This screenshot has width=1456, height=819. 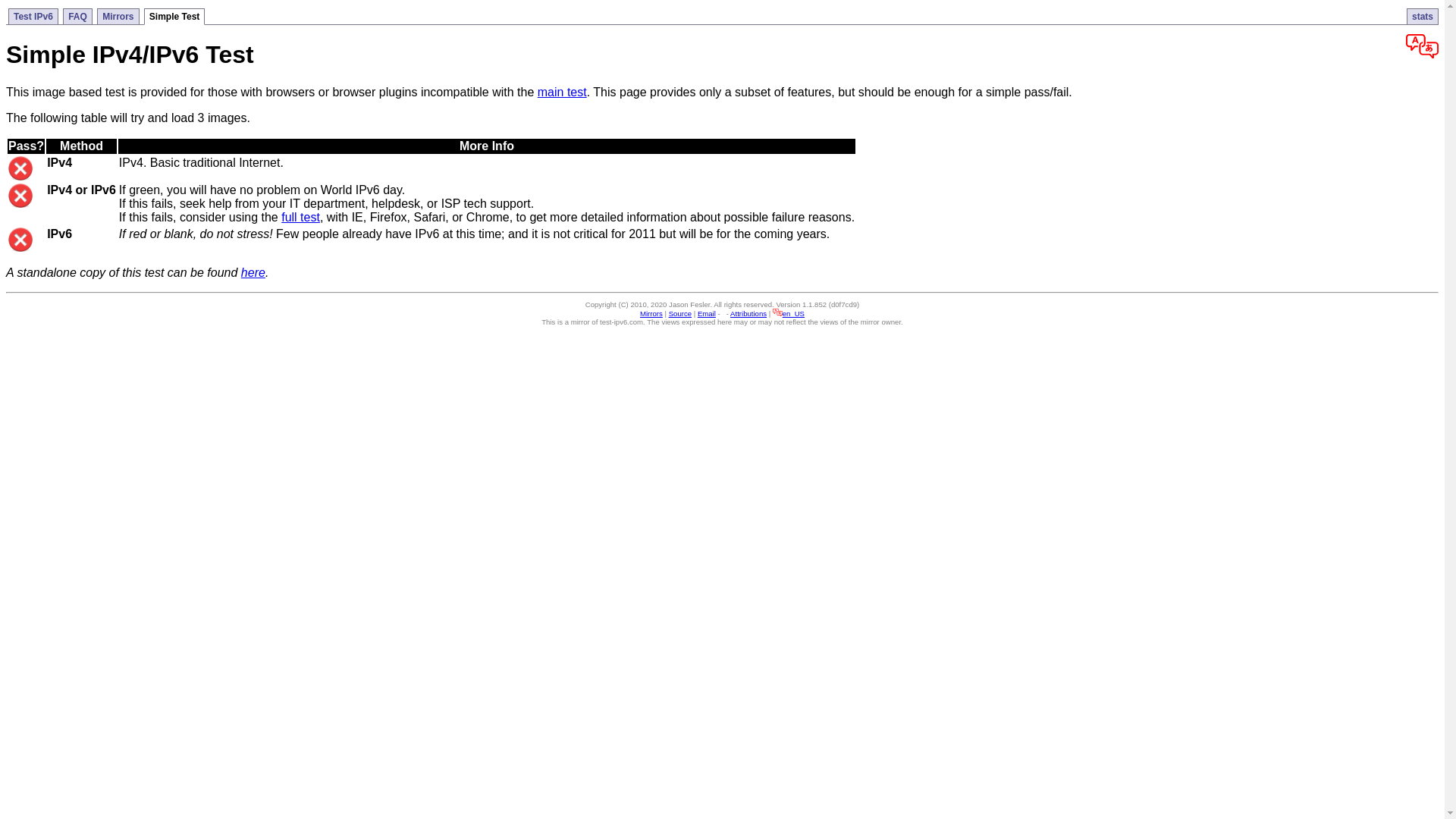 What do you see at coordinates (117, 16) in the screenshot?
I see `'Mirrors'` at bounding box center [117, 16].